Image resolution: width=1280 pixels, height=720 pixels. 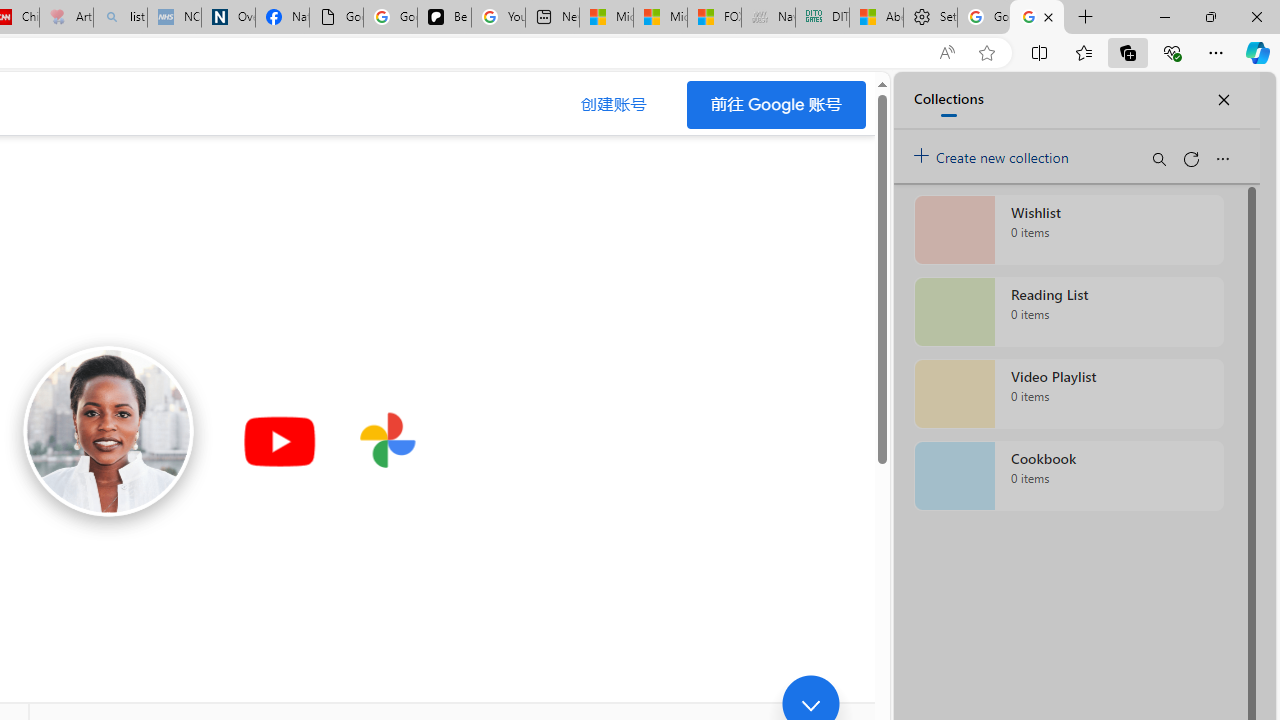 I want to click on 'Aberdeen, Hong Kong SAR hourly forecast | Microsoft Weather', so click(x=876, y=17).